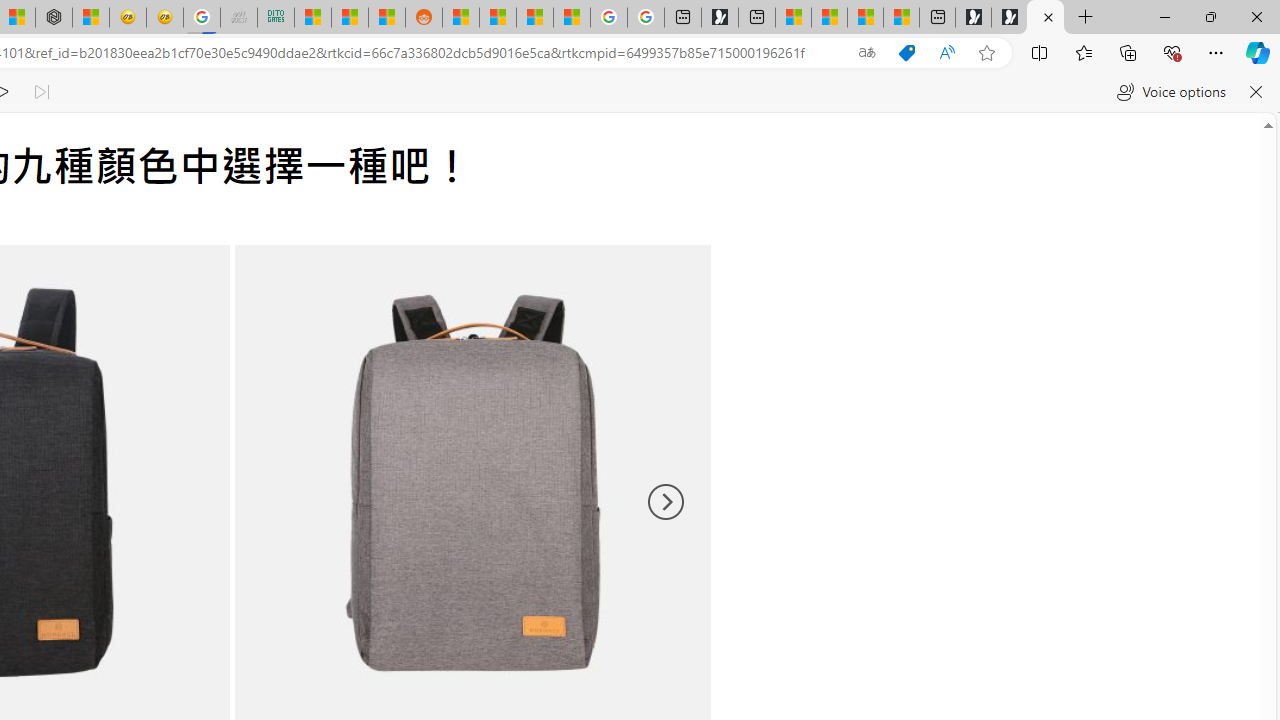 The height and width of the screenshot is (720, 1280). I want to click on 'R******* | Trusted Community Engagement and Contributions', so click(459, 17).